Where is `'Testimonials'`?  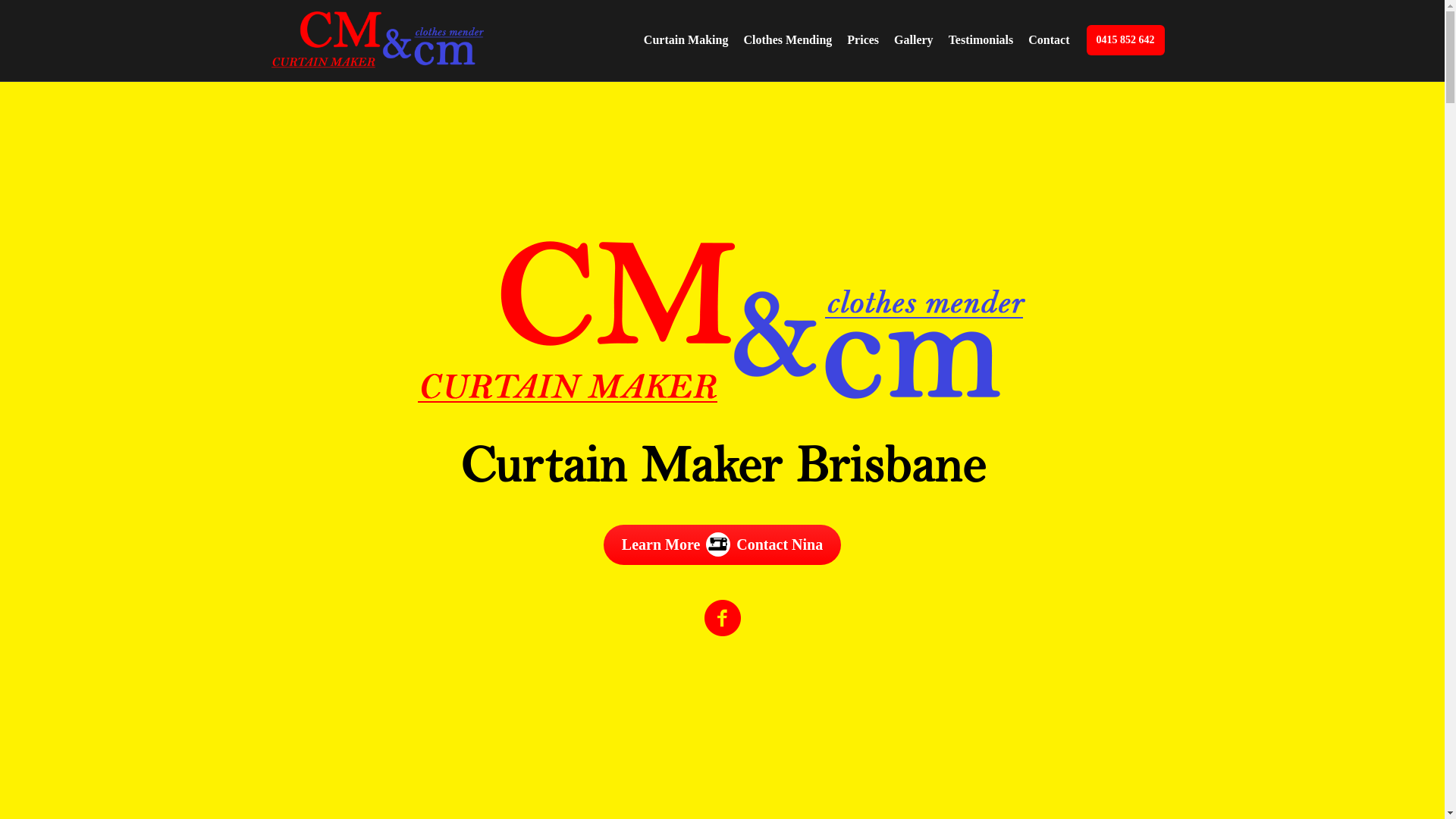 'Testimonials' is located at coordinates (981, 39).